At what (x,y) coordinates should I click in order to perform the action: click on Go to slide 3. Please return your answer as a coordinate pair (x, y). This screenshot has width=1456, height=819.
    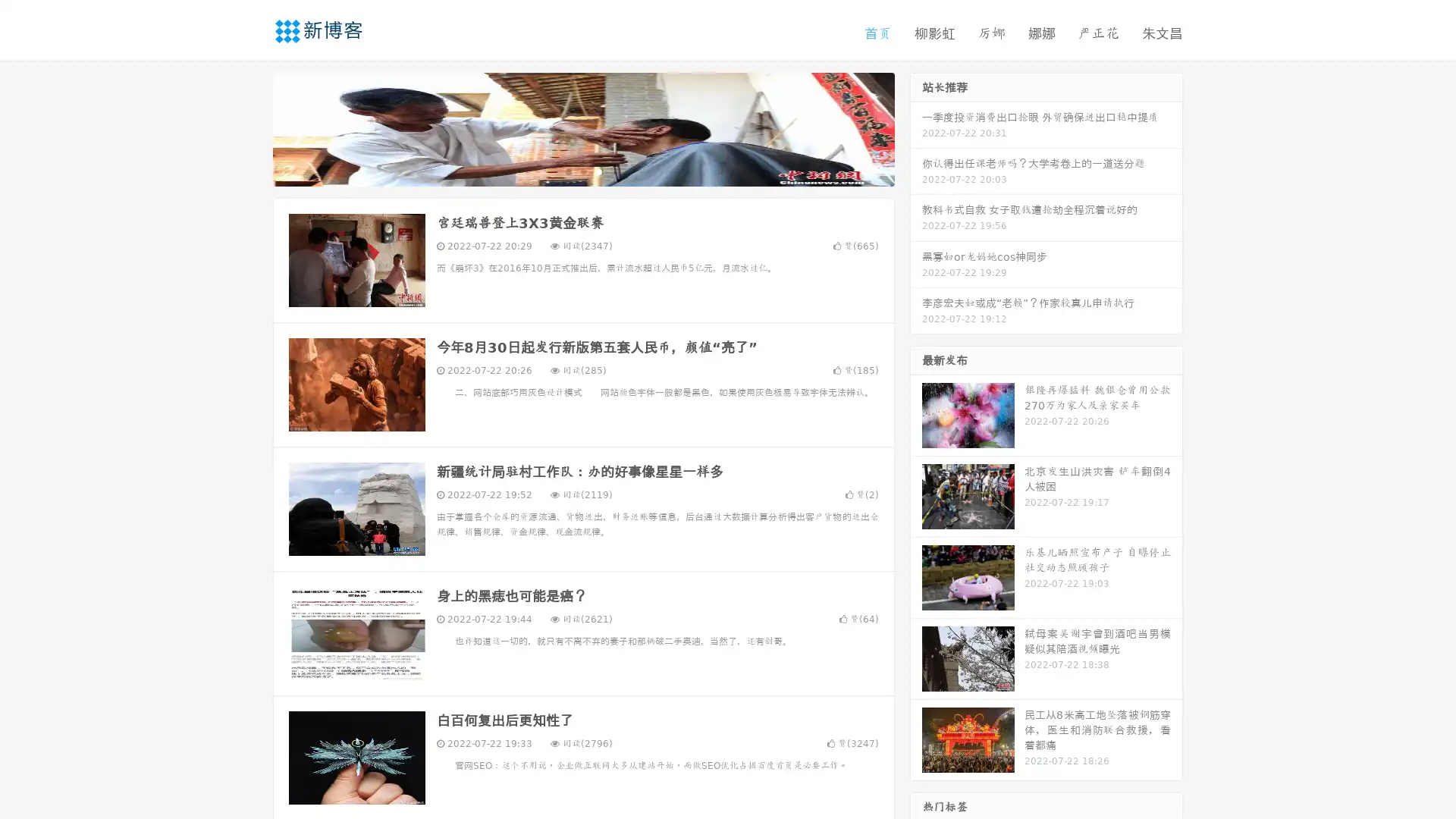
    Looking at the image, I should click on (598, 171).